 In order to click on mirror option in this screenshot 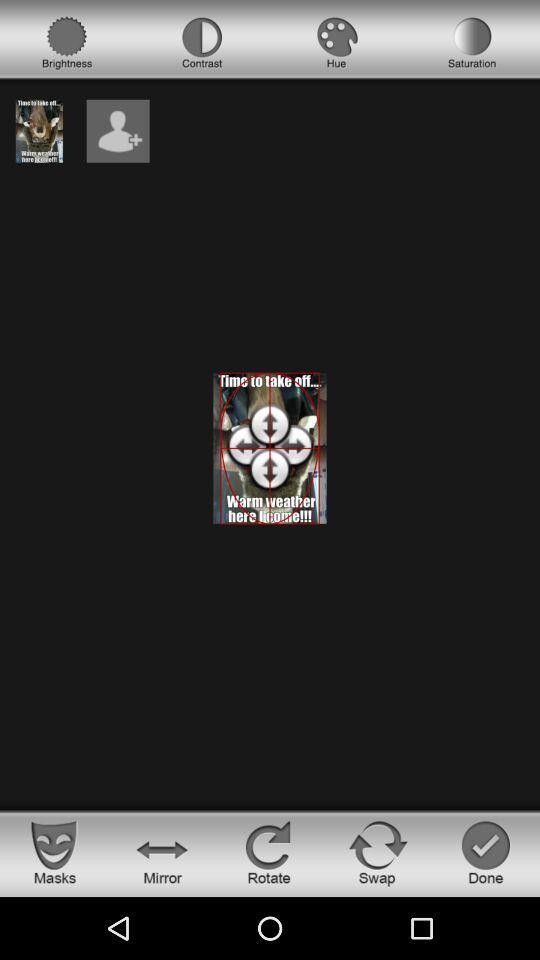, I will do `click(161, 851)`.